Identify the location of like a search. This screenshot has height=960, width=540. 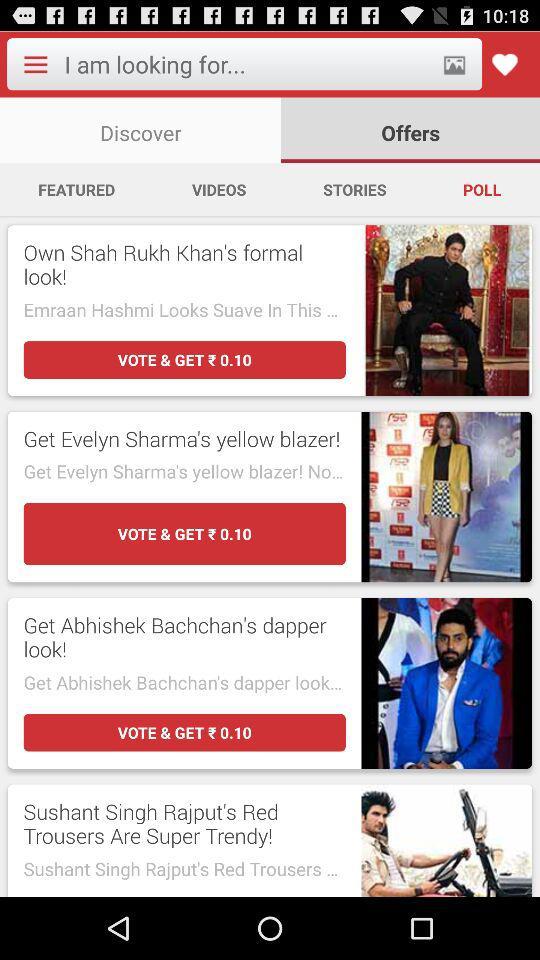
(503, 64).